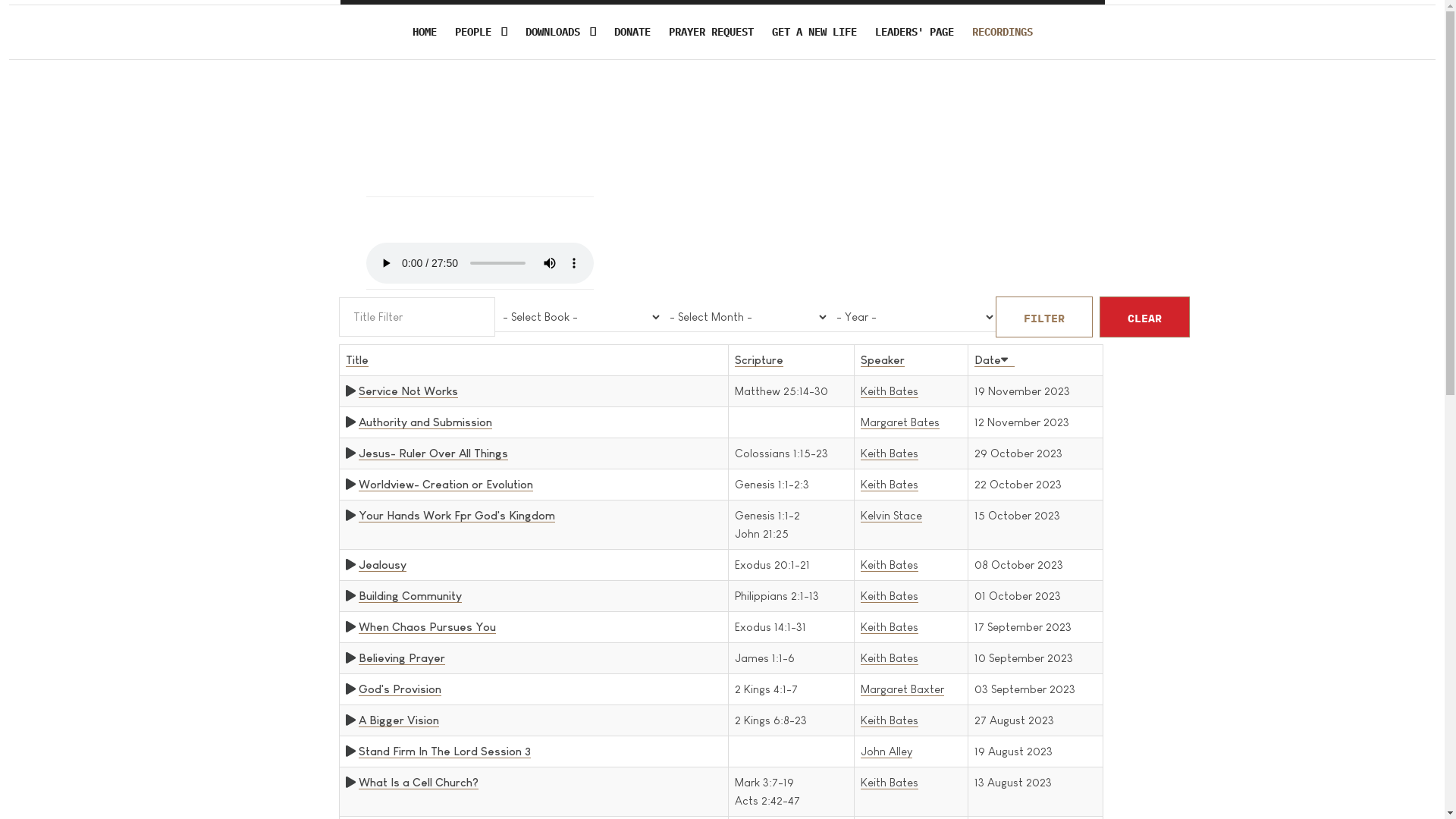 The image size is (1456, 819). I want to click on 'PRAYER REQUEST', so click(659, 32).